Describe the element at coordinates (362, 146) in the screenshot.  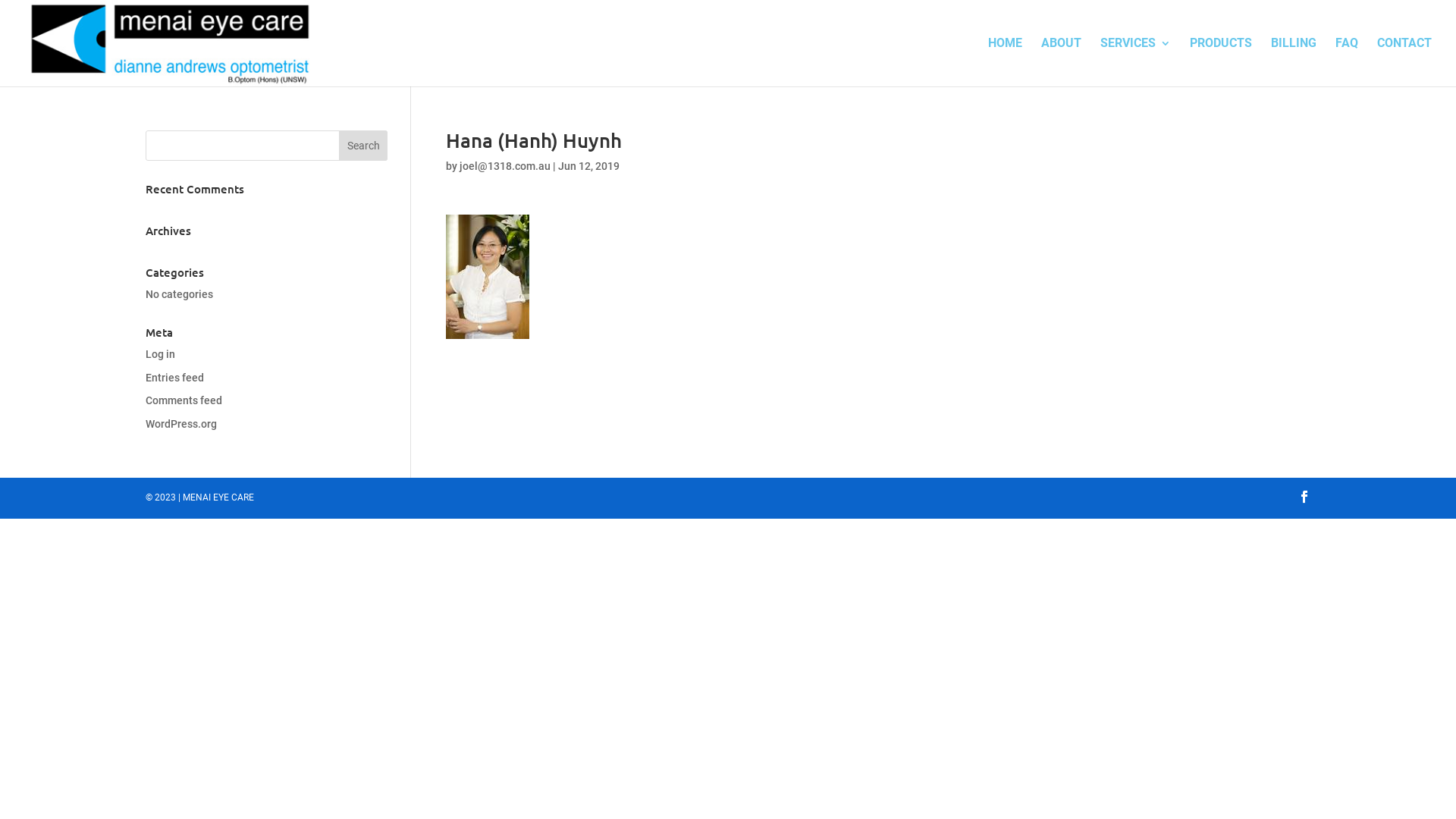
I see `'Search'` at that location.